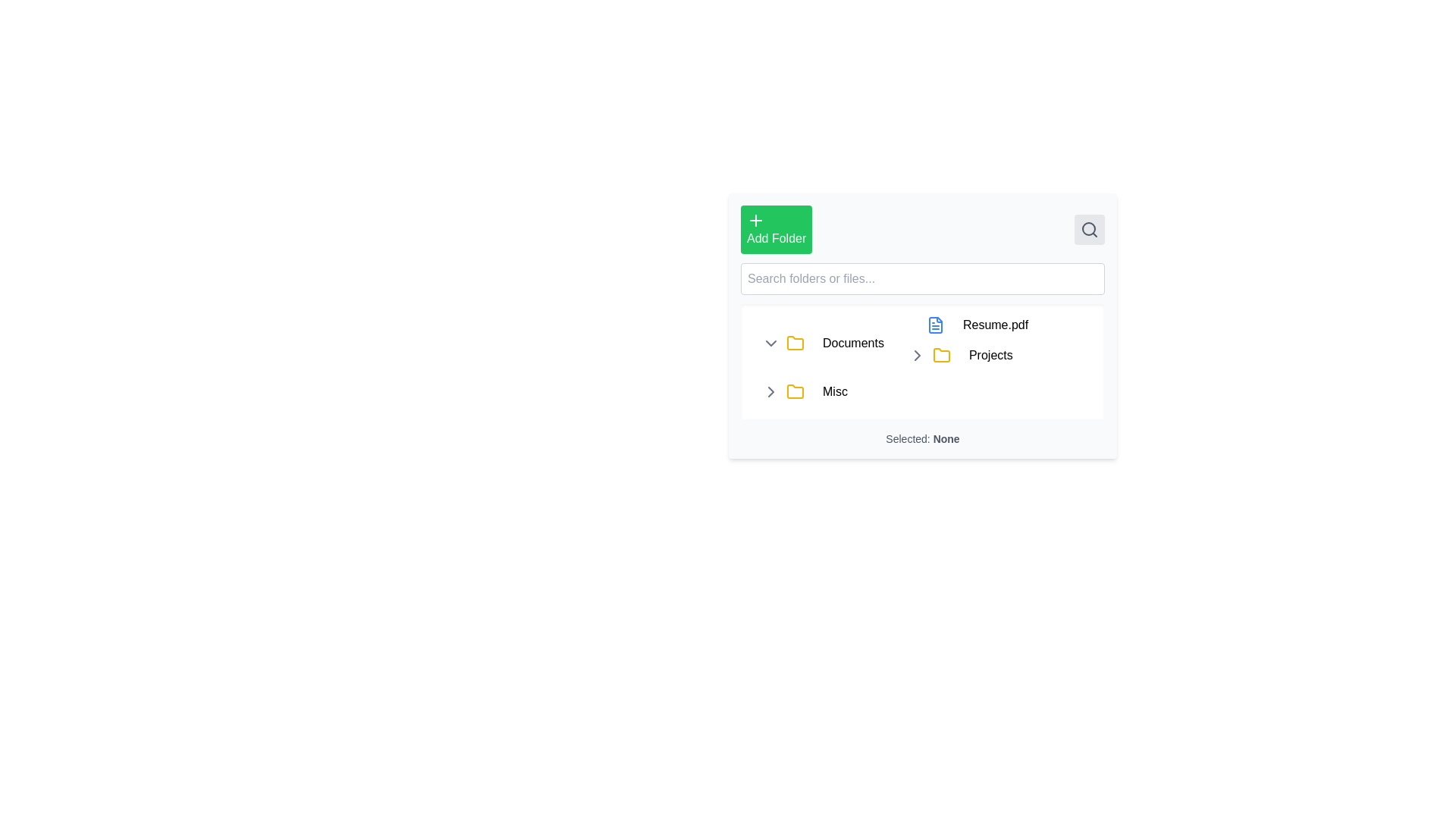 The width and height of the screenshot is (1456, 819). Describe the element at coordinates (771, 391) in the screenshot. I see `the Icon button that serves as a toggle for expanding or collapsing the 'Misc' folder view, located to the left of the text 'Misc'` at that location.